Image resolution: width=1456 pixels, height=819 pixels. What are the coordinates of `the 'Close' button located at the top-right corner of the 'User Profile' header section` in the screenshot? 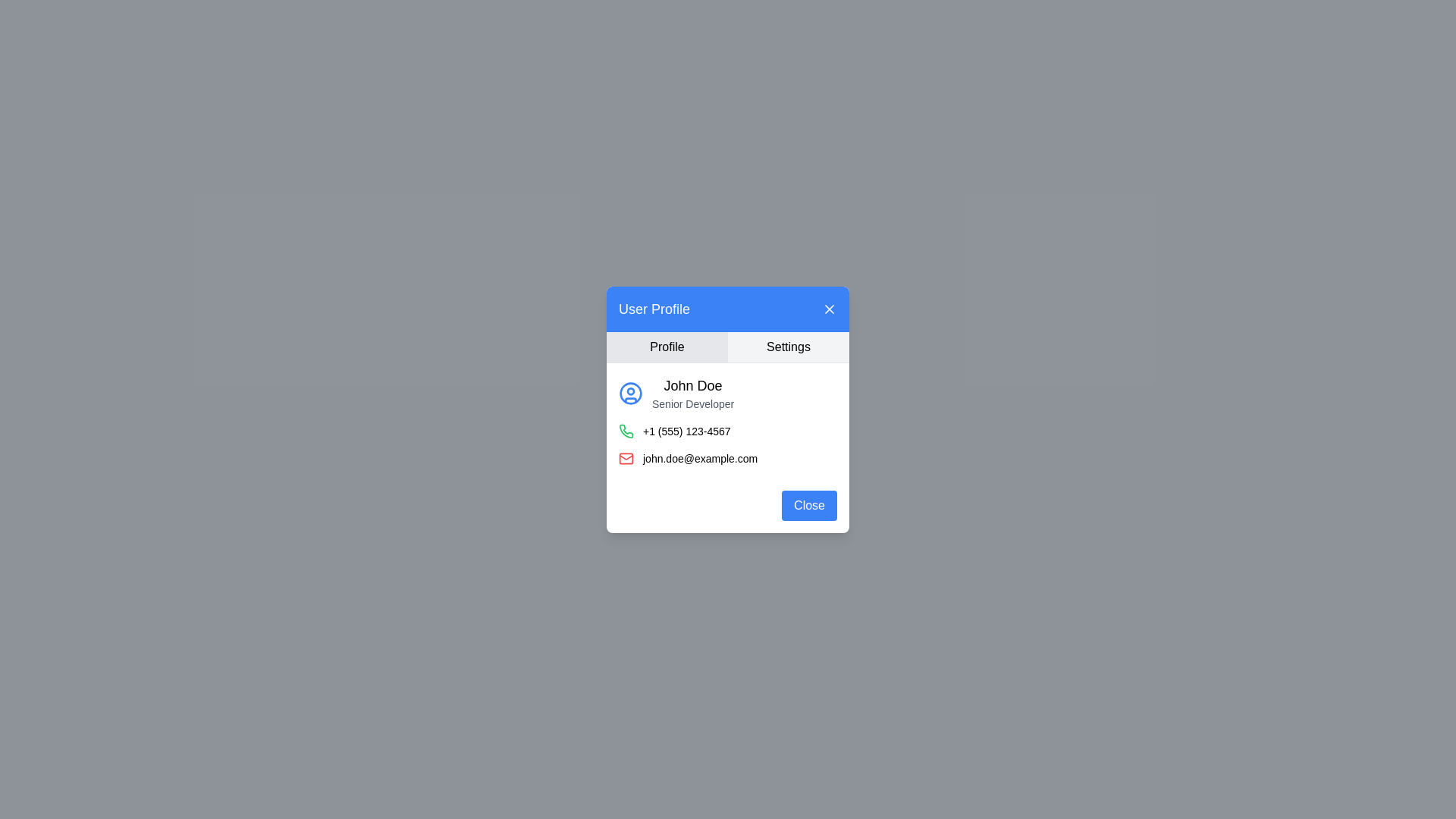 It's located at (829, 308).